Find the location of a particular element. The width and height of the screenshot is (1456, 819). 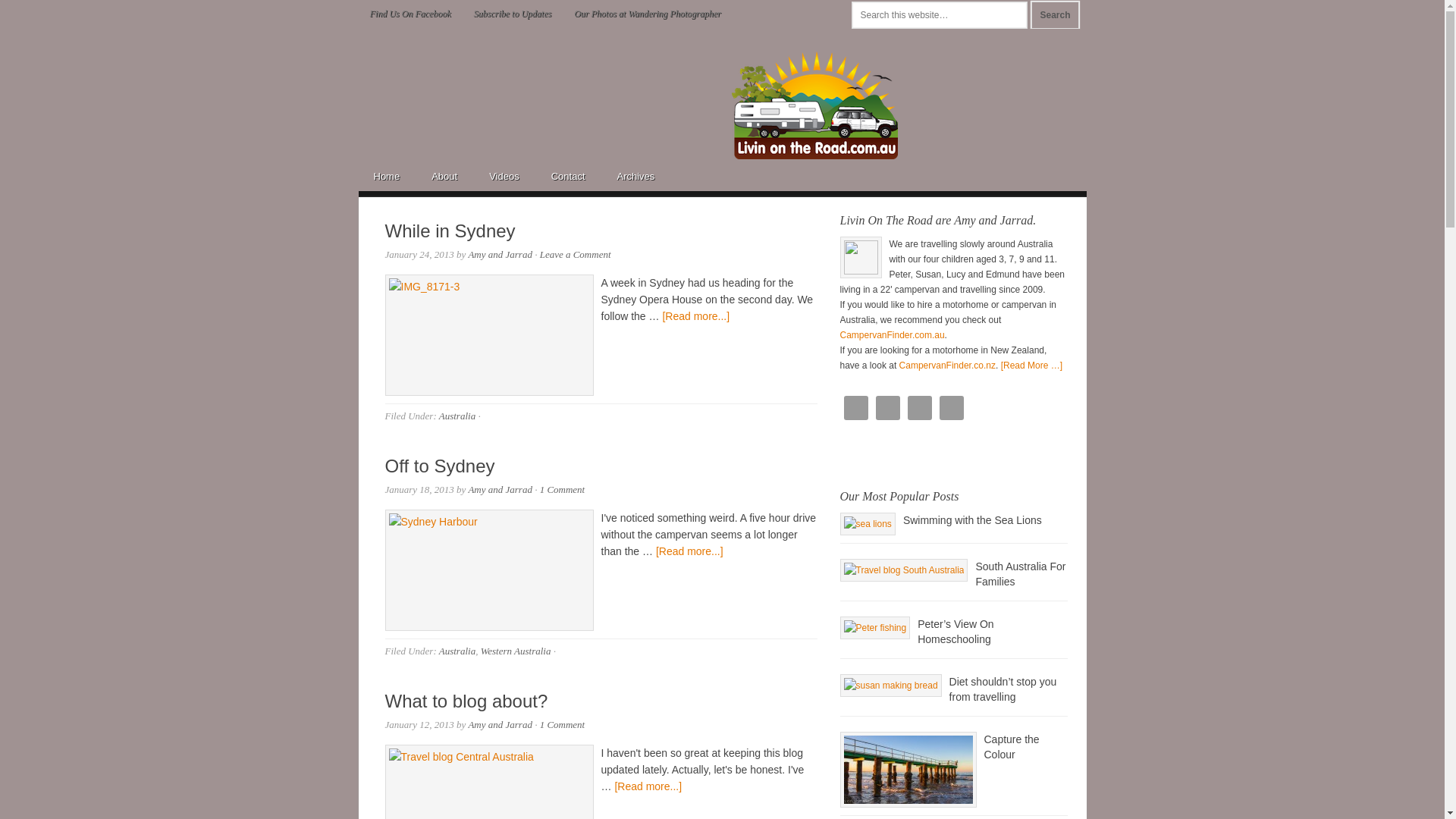

'While in Sydney' is located at coordinates (450, 231).